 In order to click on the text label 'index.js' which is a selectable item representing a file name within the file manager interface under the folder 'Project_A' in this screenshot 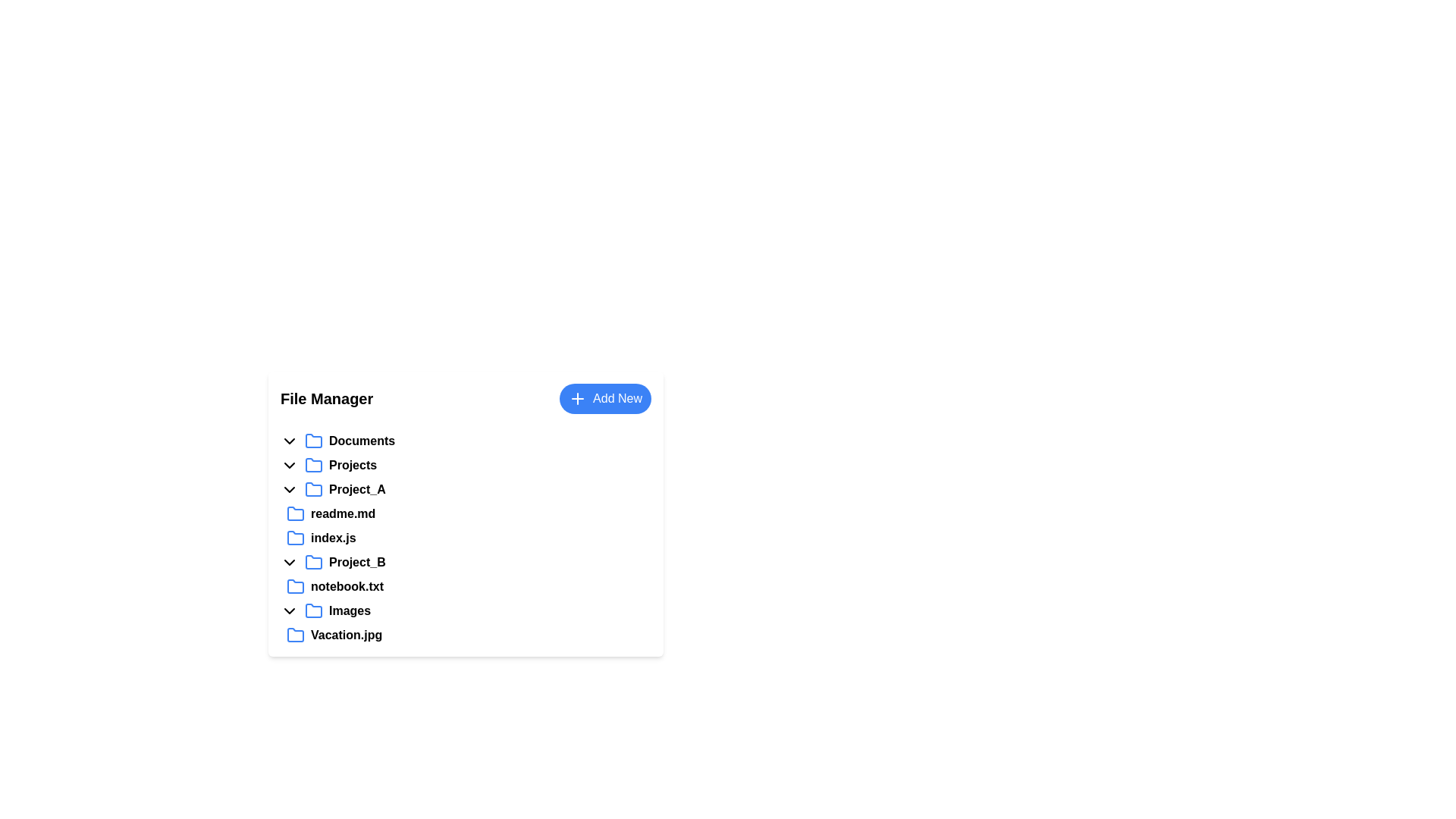, I will do `click(332, 537)`.